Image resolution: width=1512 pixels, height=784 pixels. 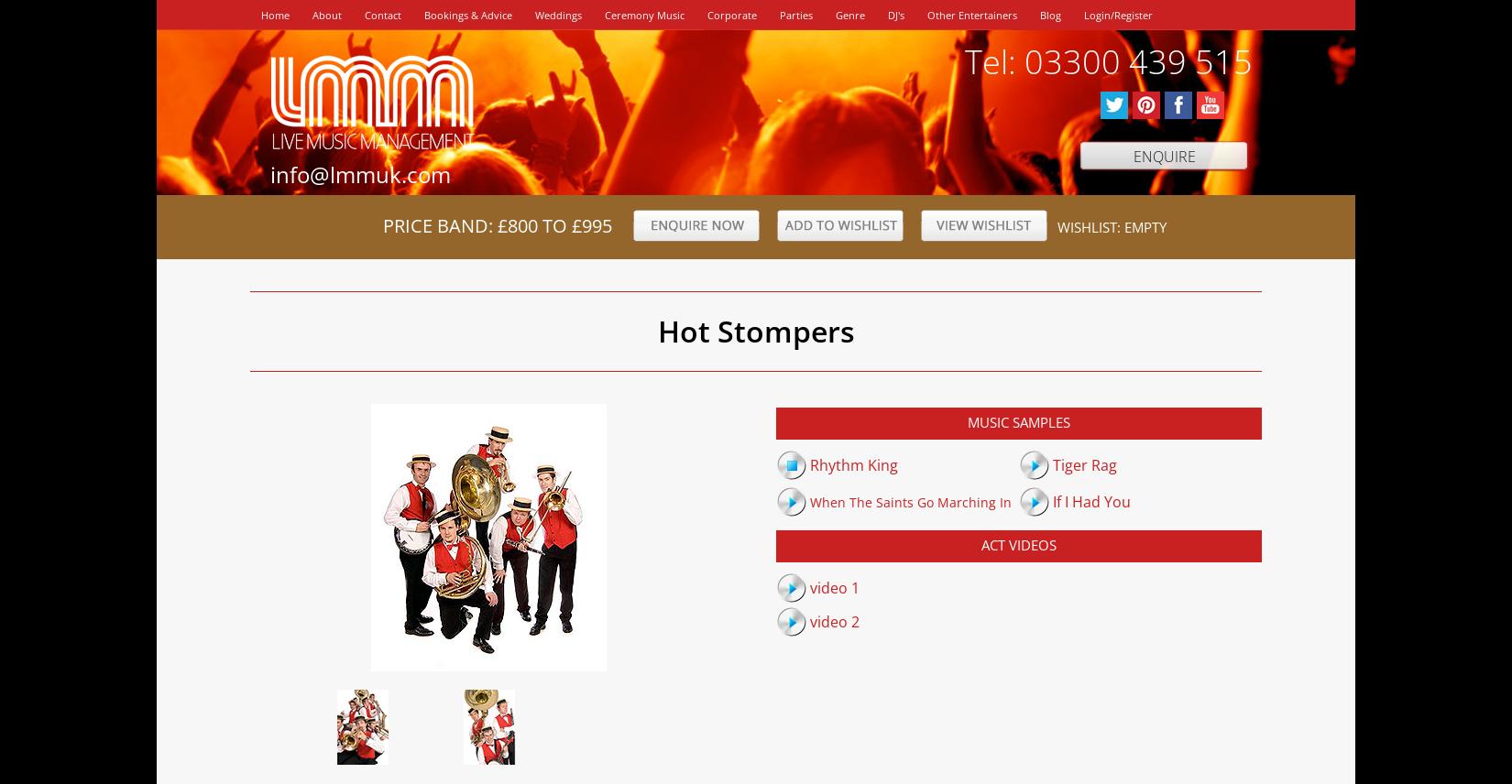 What do you see at coordinates (1018, 421) in the screenshot?
I see `'Music Samples'` at bounding box center [1018, 421].